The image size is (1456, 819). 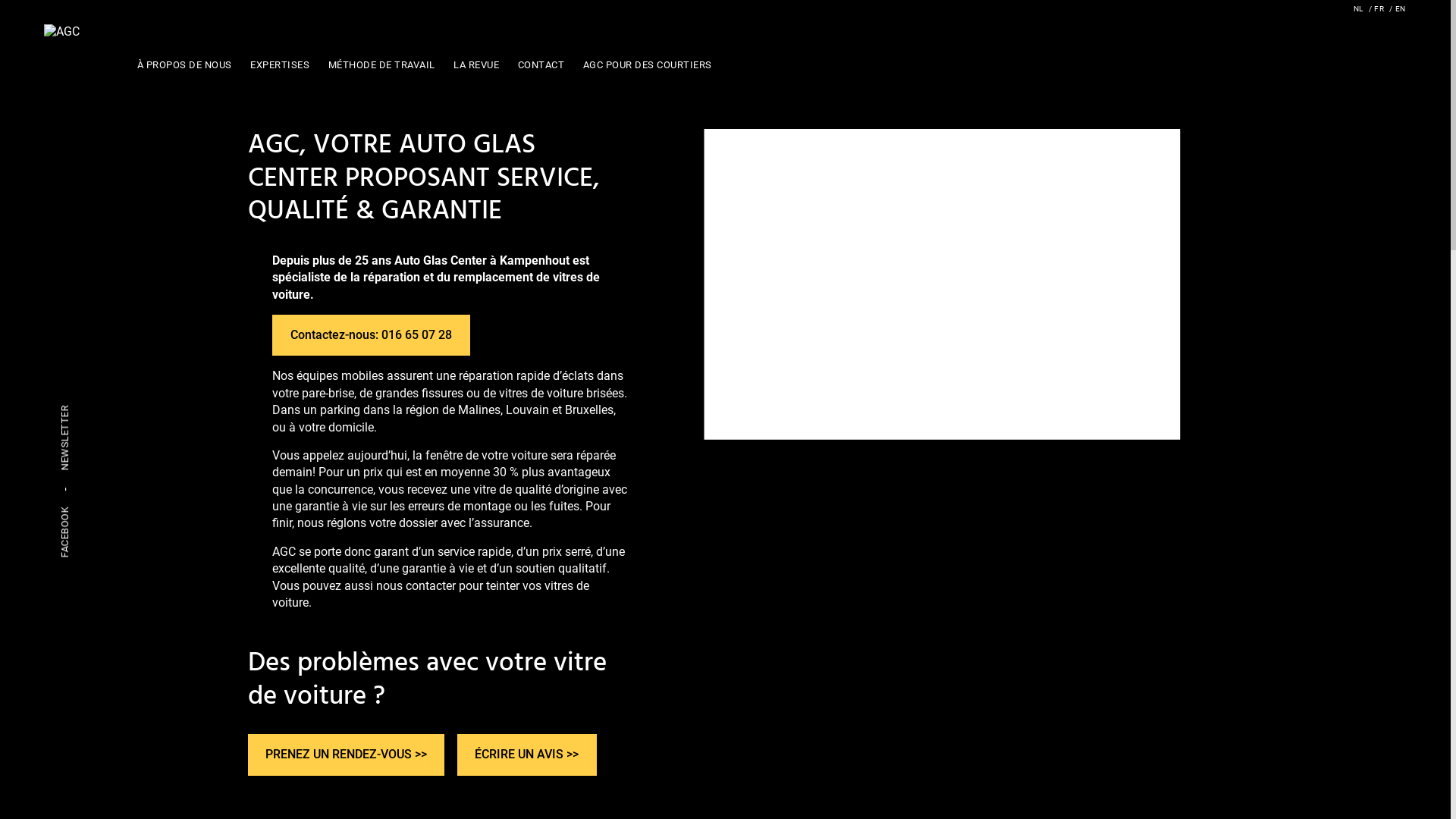 What do you see at coordinates (64, 438) in the screenshot?
I see `'NEWSLETTER'` at bounding box center [64, 438].